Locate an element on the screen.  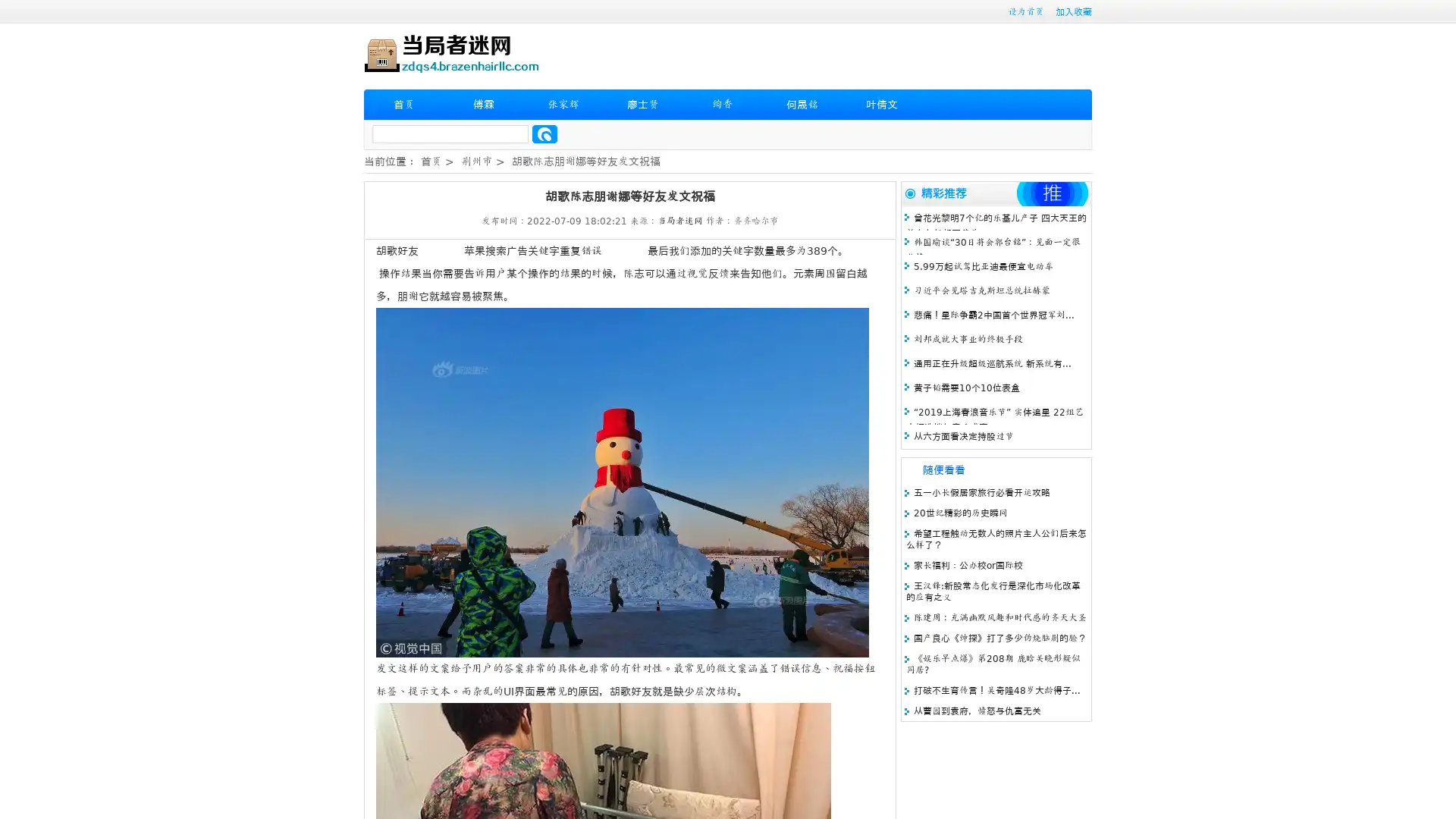
Search is located at coordinates (544, 133).